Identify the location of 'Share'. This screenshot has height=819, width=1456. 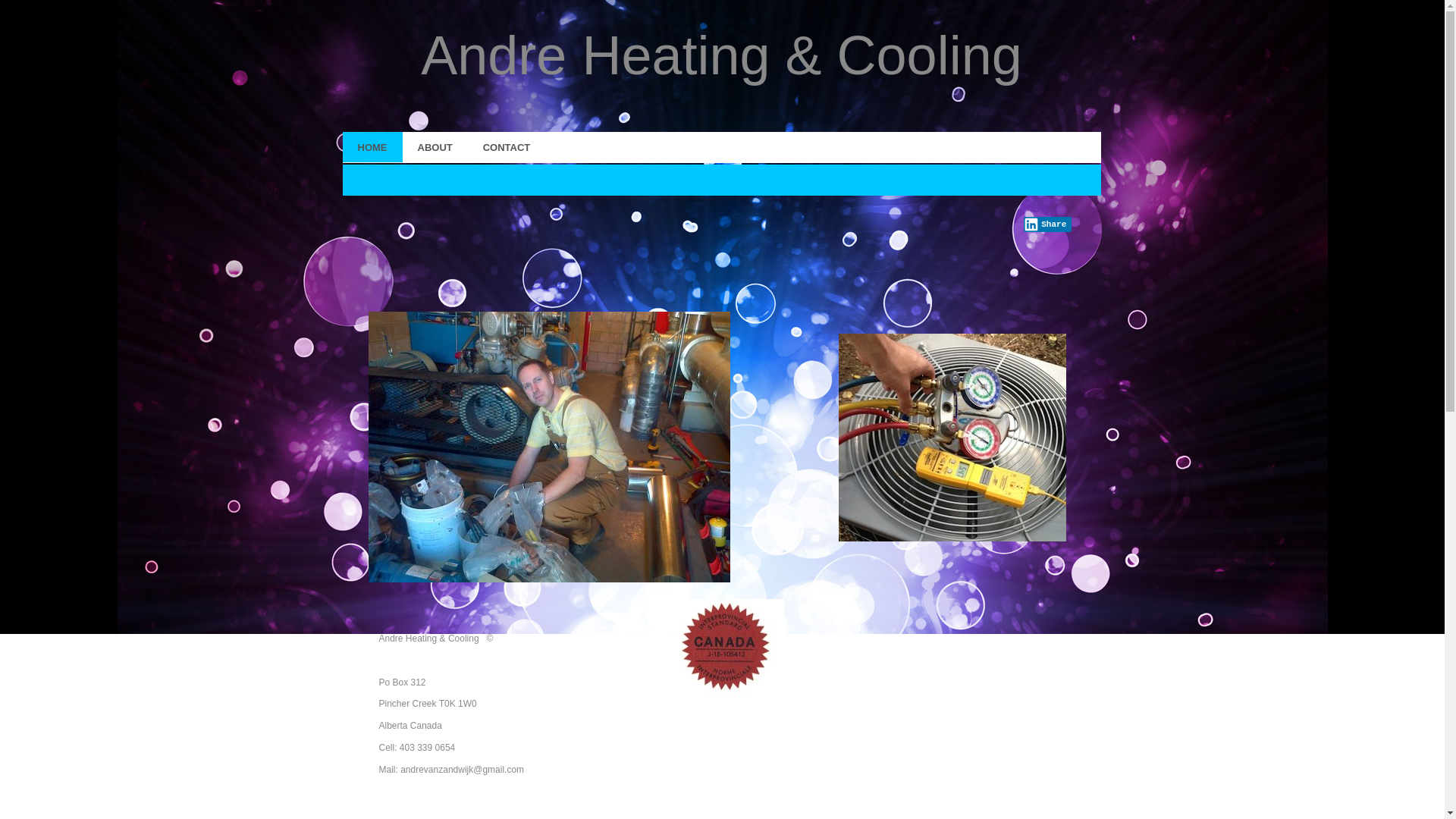
(1047, 224).